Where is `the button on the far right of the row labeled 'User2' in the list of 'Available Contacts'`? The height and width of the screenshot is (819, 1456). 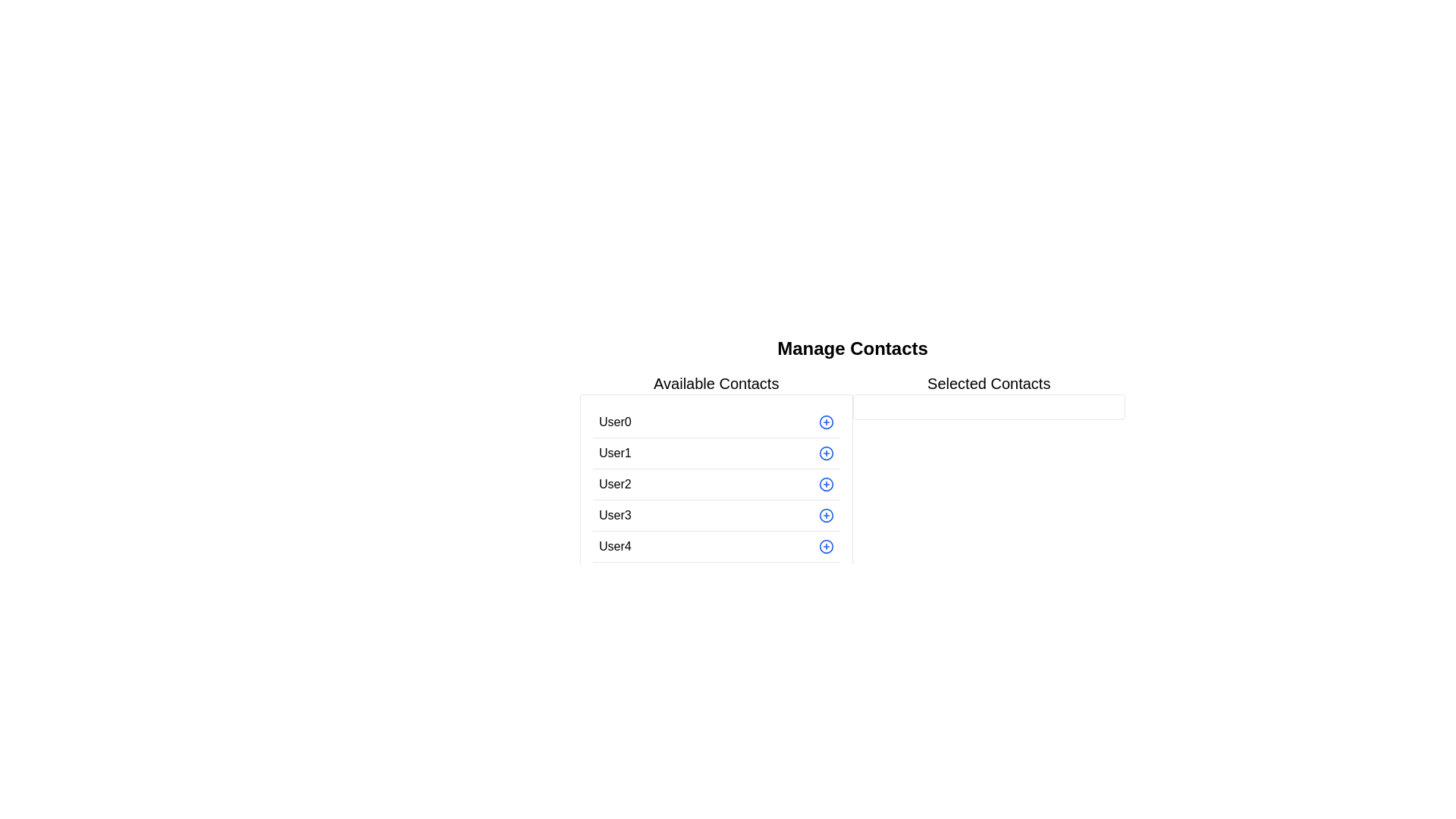
the button on the far right of the row labeled 'User2' in the list of 'Available Contacts' is located at coordinates (825, 485).